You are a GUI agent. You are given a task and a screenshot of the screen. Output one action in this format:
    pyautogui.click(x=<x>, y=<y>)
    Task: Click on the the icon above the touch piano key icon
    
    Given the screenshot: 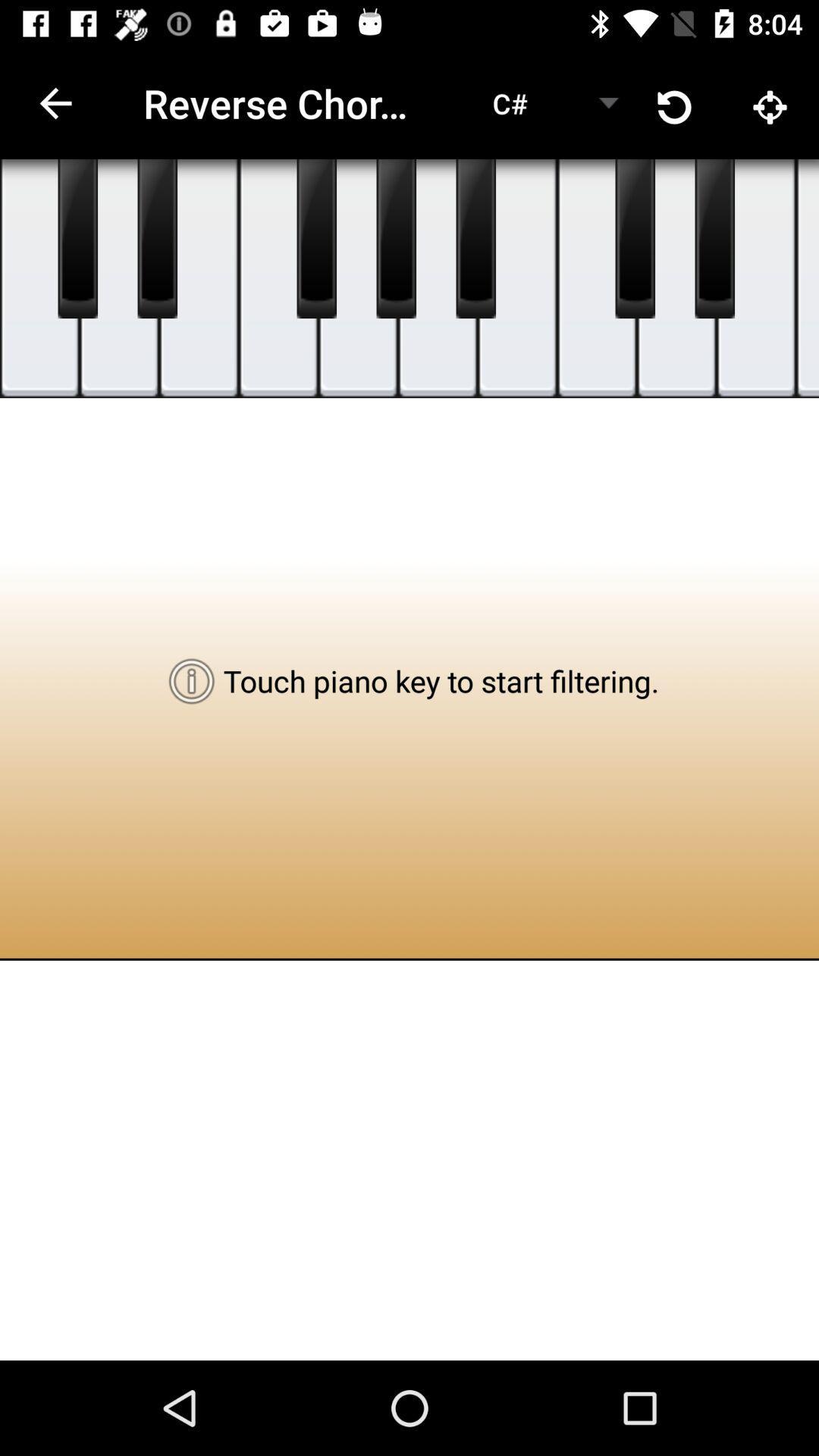 What is the action you would take?
    pyautogui.click(x=358, y=278)
    